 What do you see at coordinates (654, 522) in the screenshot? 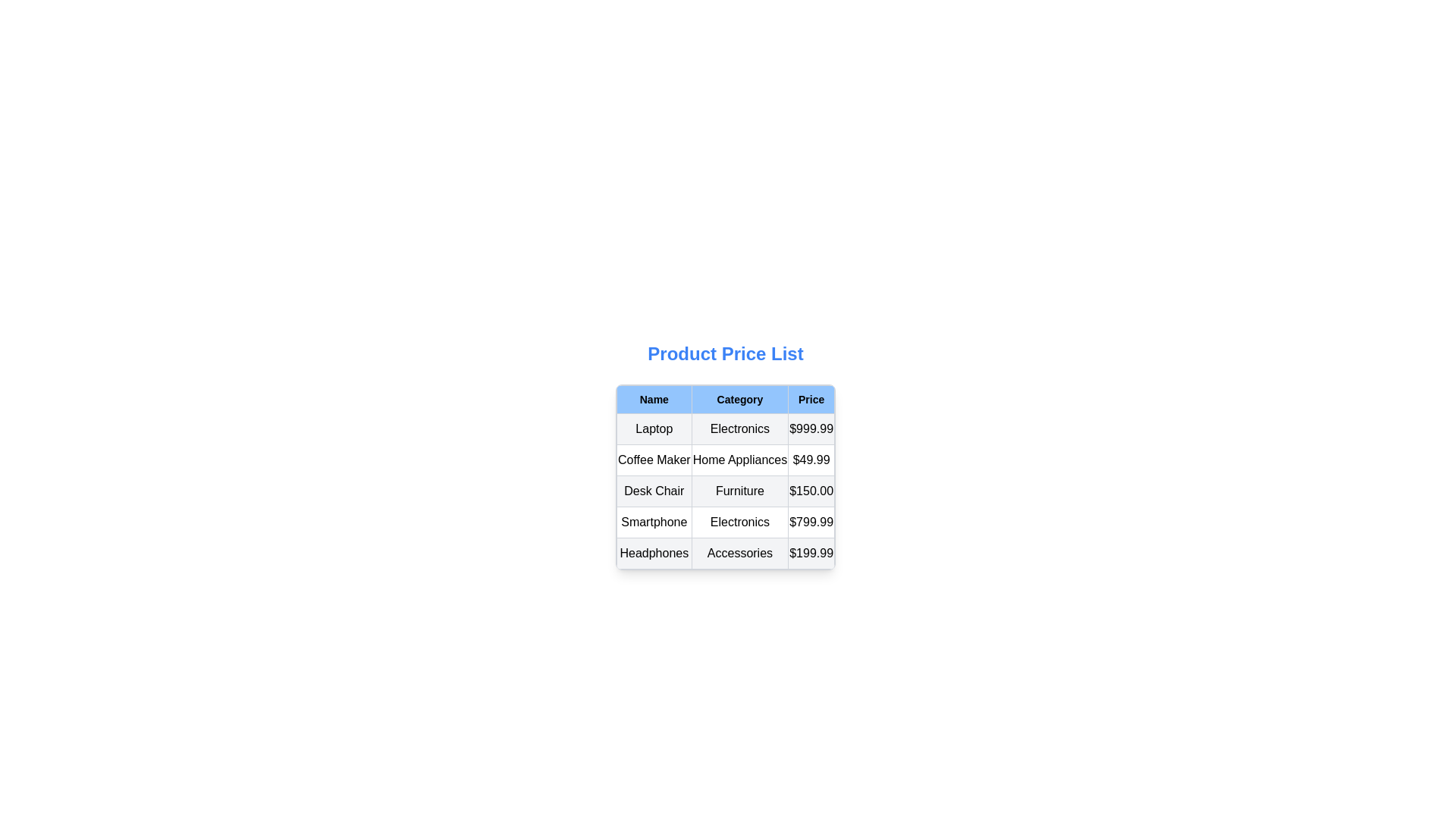
I see `the 'Smartphone' static text in the second row of the 'Product Price List' table, which serves as the product name identifier` at bounding box center [654, 522].